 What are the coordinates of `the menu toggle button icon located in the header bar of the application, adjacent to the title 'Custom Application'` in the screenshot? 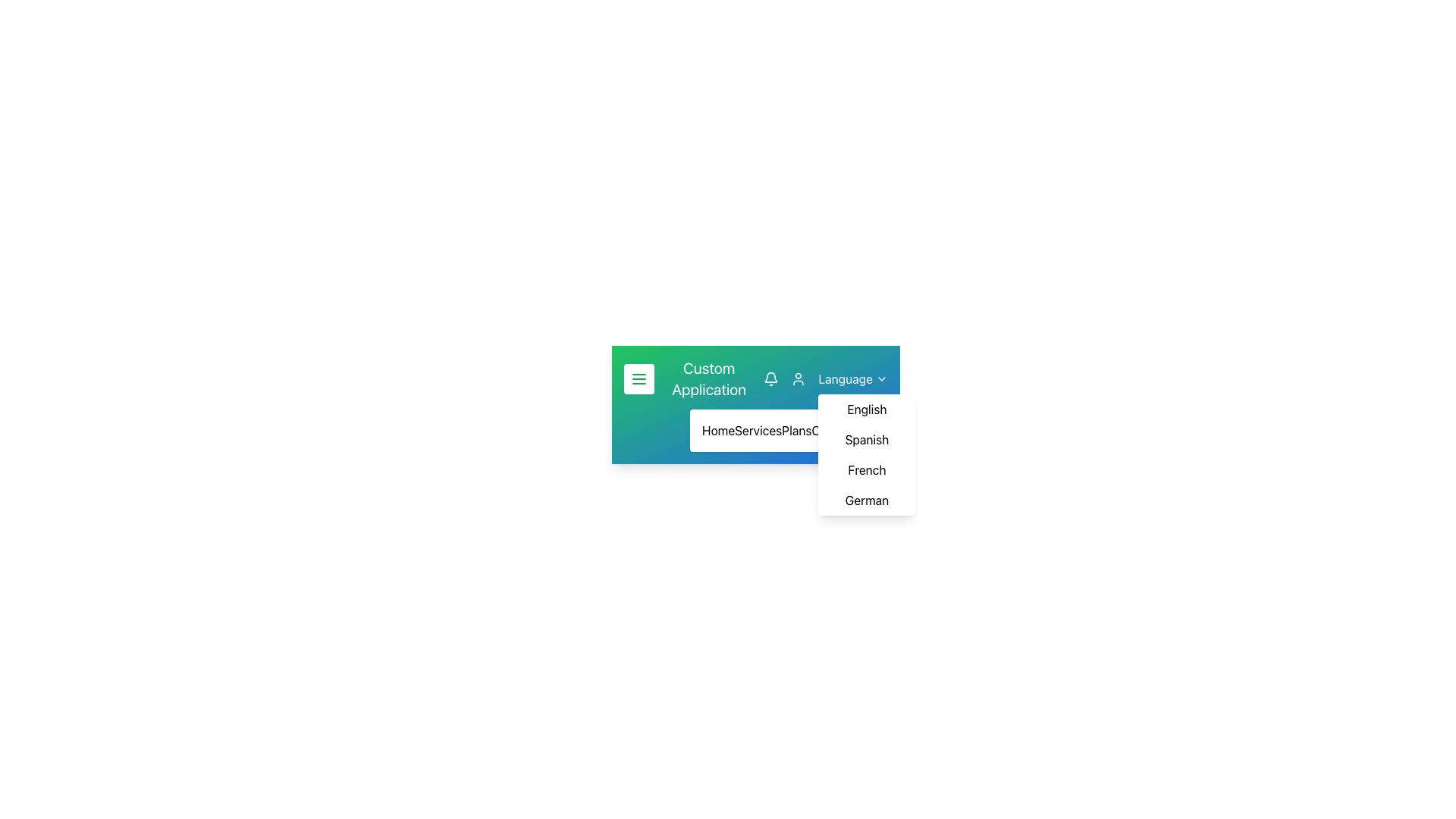 It's located at (639, 378).